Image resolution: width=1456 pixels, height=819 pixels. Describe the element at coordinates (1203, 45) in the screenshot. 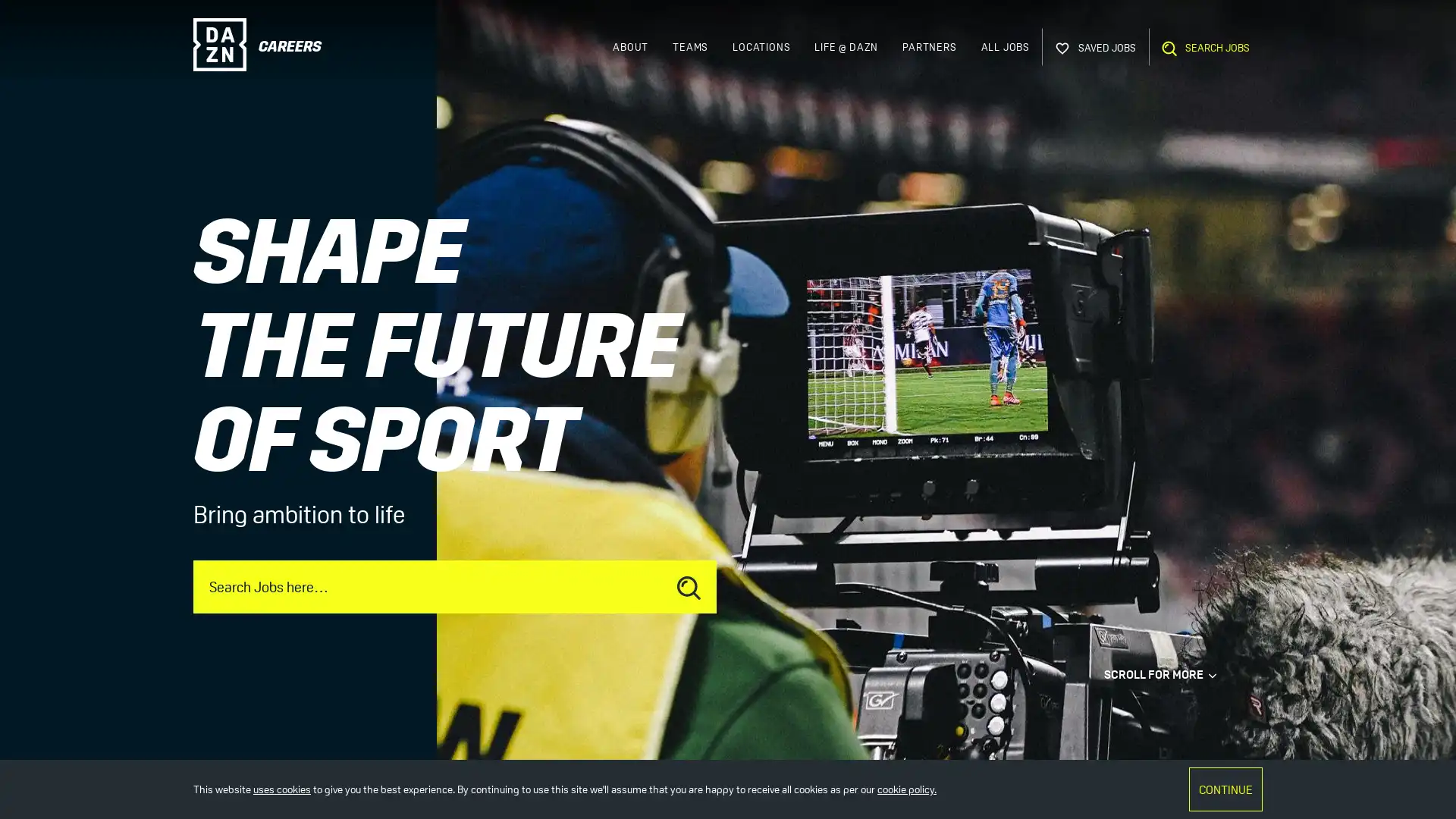

I see `Open Search Bar SEARCH JOBS` at that location.